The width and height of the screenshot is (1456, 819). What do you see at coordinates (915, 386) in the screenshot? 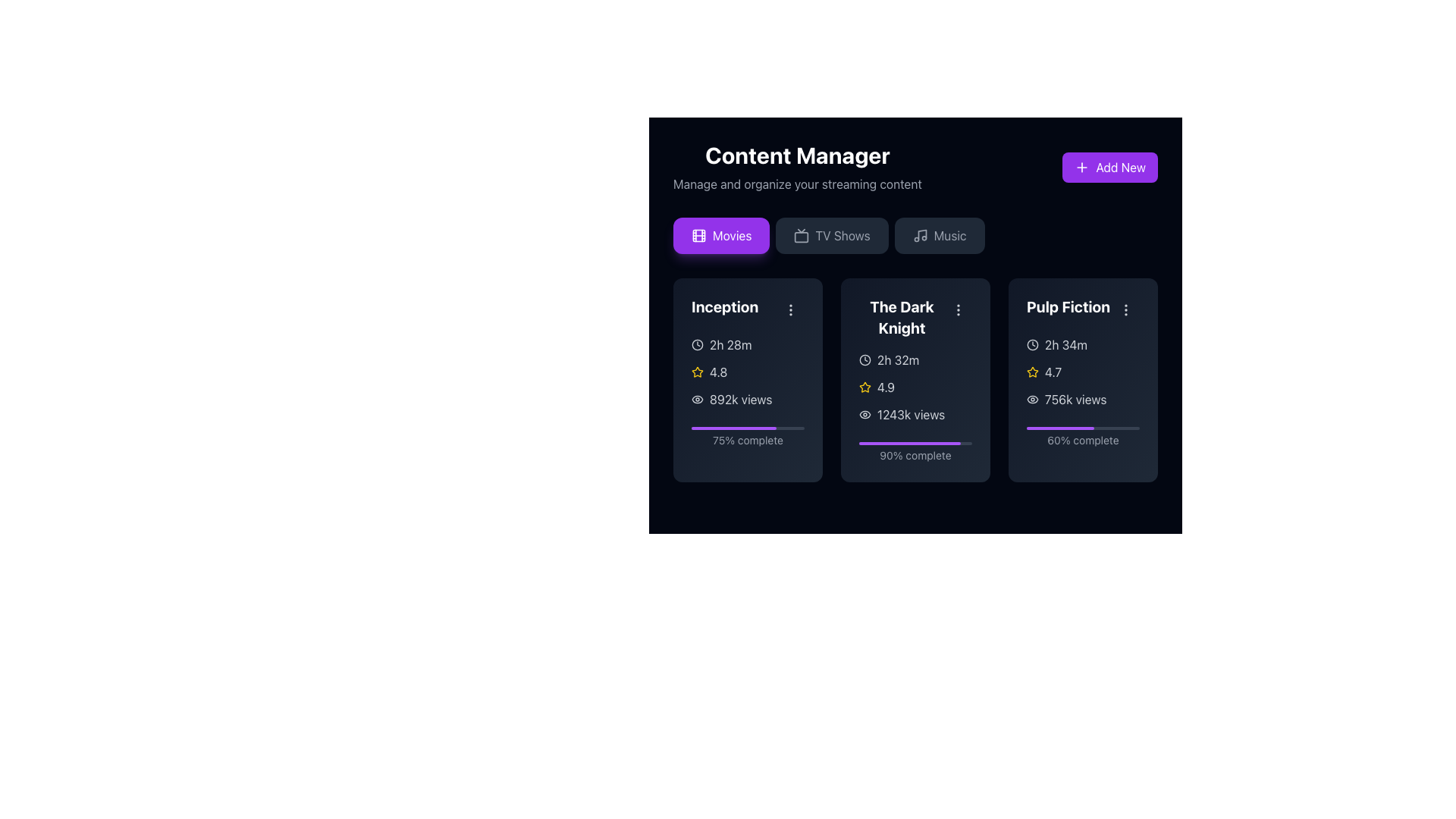
I see `detailed information displayed in the informational component about the movie 'The Dark Knight', including its duration, rating, and viewership count` at bounding box center [915, 386].